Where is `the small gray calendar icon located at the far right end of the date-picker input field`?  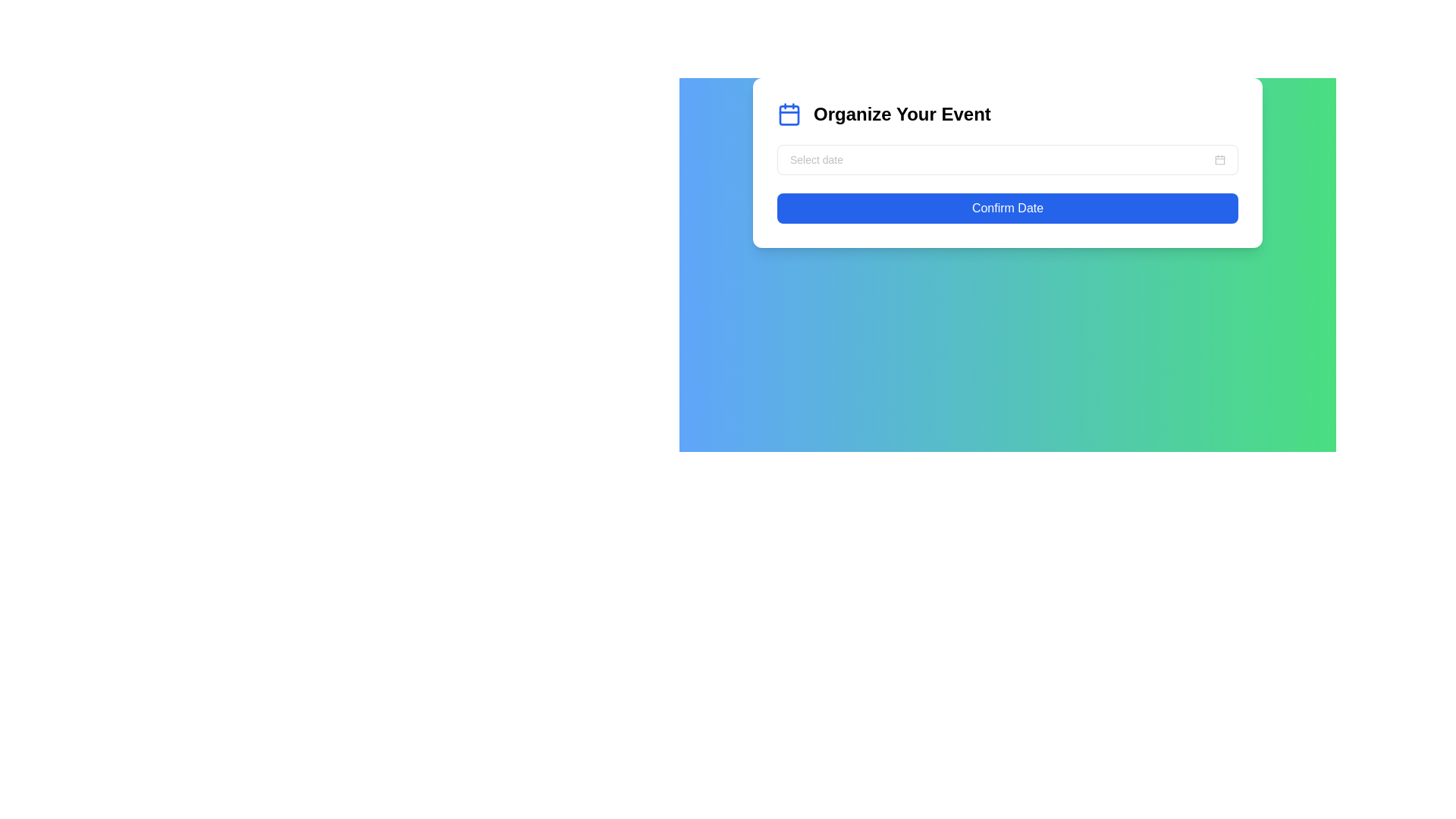
the small gray calendar icon located at the far right end of the date-picker input field is located at coordinates (1219, 160).